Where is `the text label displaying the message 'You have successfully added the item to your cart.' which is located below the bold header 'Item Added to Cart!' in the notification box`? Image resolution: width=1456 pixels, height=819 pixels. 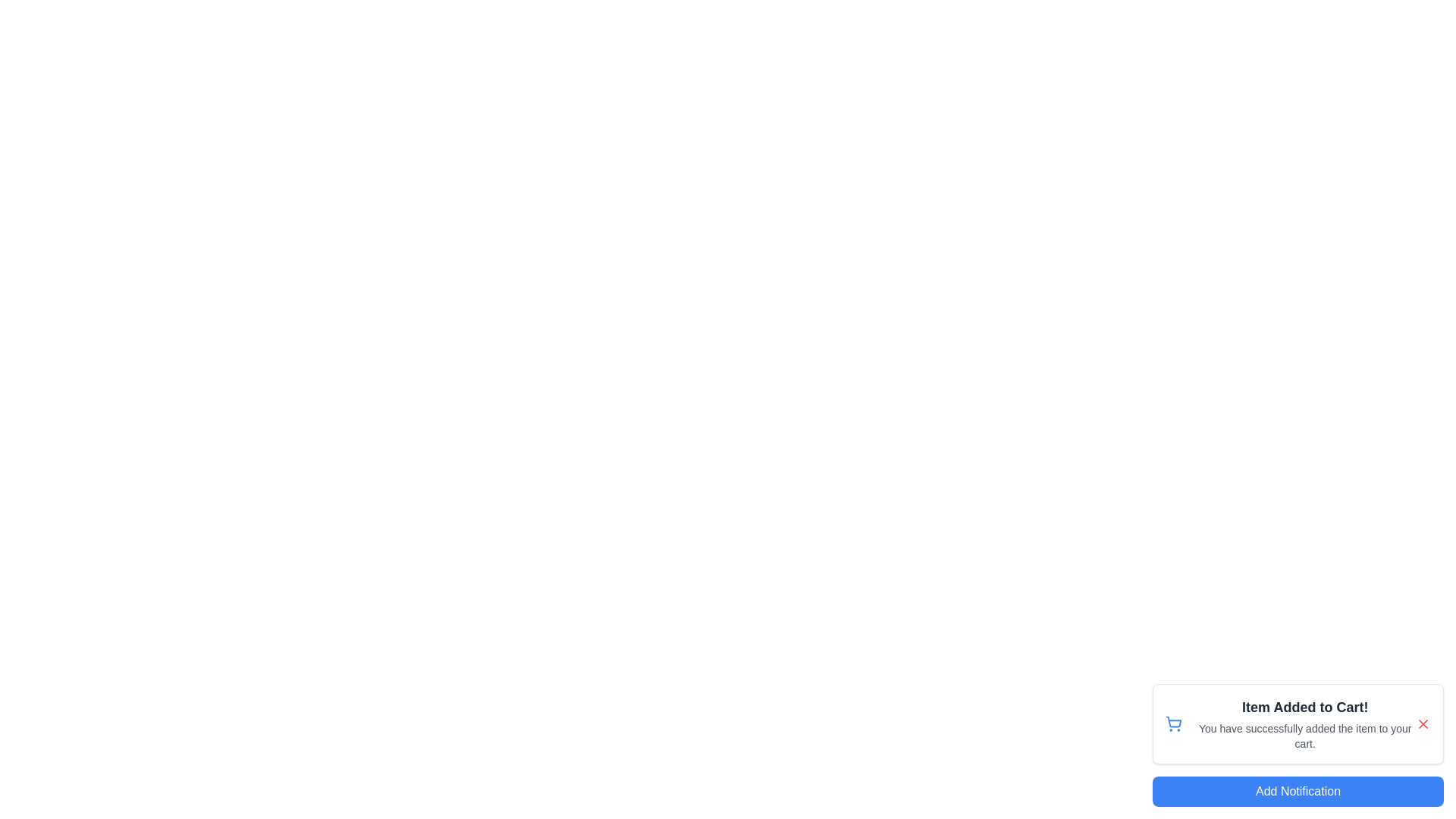 the text label displaying the message 'You have successfully added the item to your cart.' which is located below the bold header 'Item Added to Cart!' in the notification box is located at coordinates (1304, 736).